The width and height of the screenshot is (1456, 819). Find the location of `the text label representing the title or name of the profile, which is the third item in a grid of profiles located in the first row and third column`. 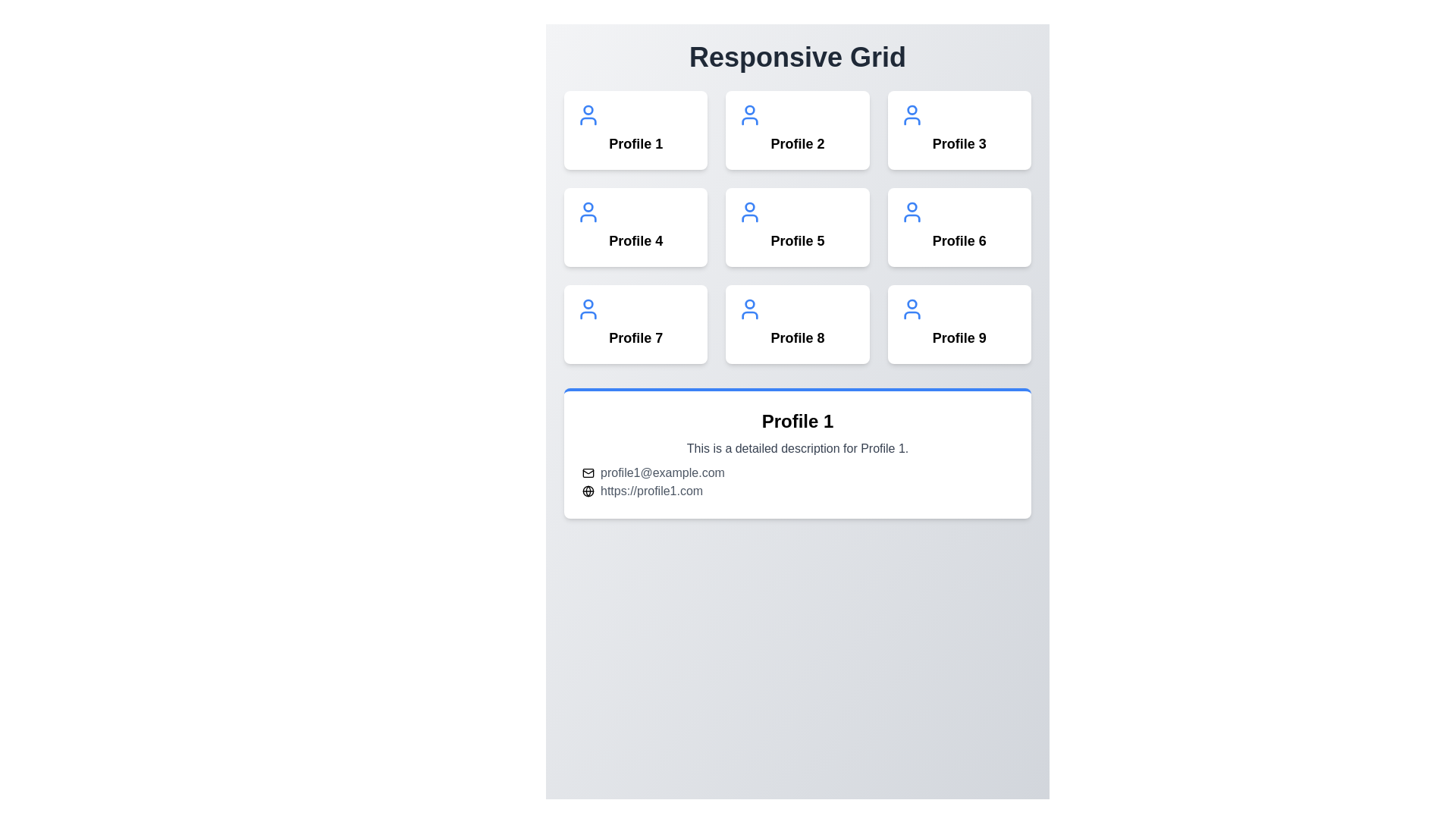

the text label representing the title or name of the profile, which is the third item in a grid of profiles located in the first row and third column is located at coordinates (959, 143).